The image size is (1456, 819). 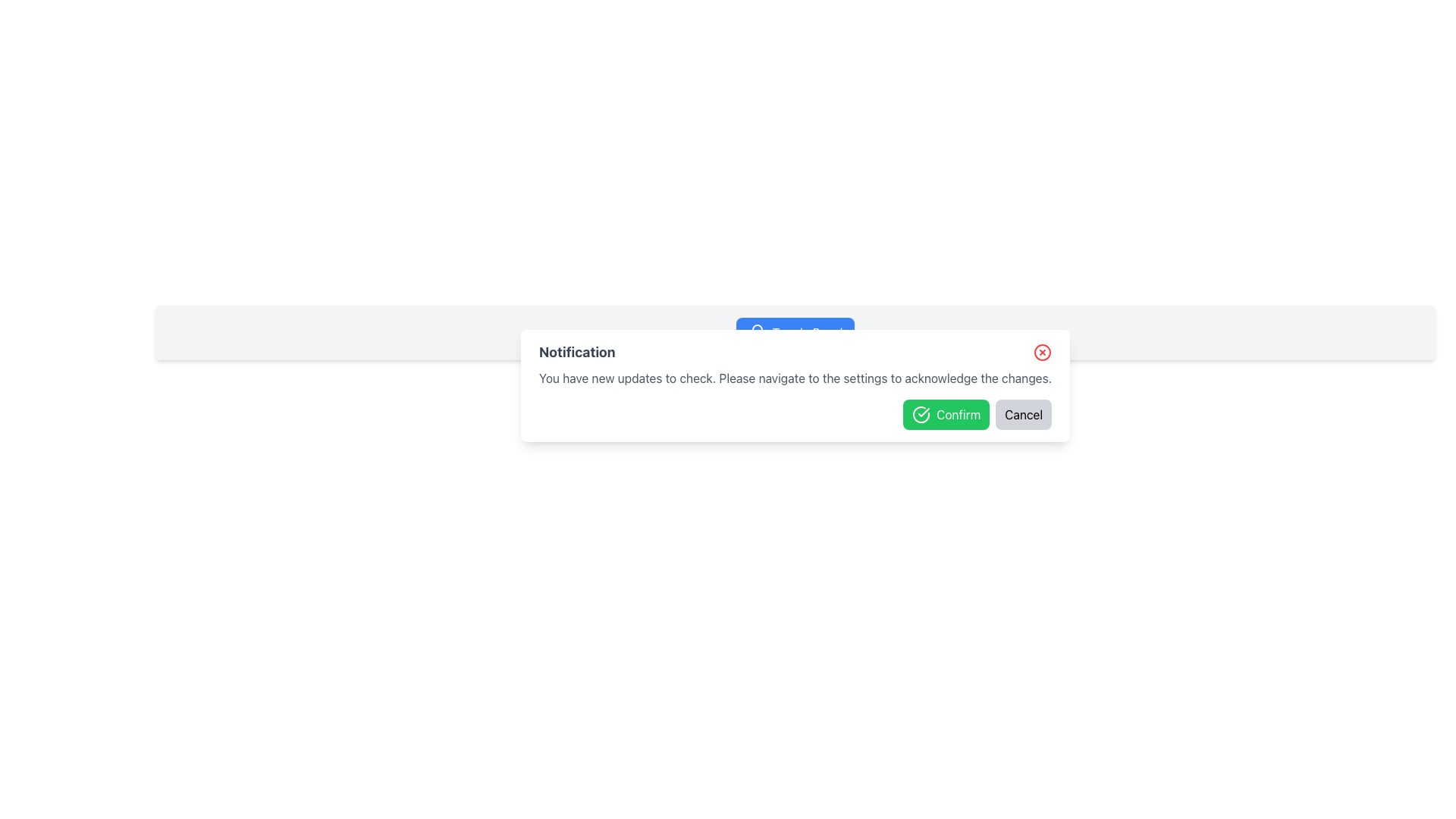 I want to click on static text content that informs the user about new updates, located in the notification dialog box below the 'Notification' title, so click(x=795, y=377).